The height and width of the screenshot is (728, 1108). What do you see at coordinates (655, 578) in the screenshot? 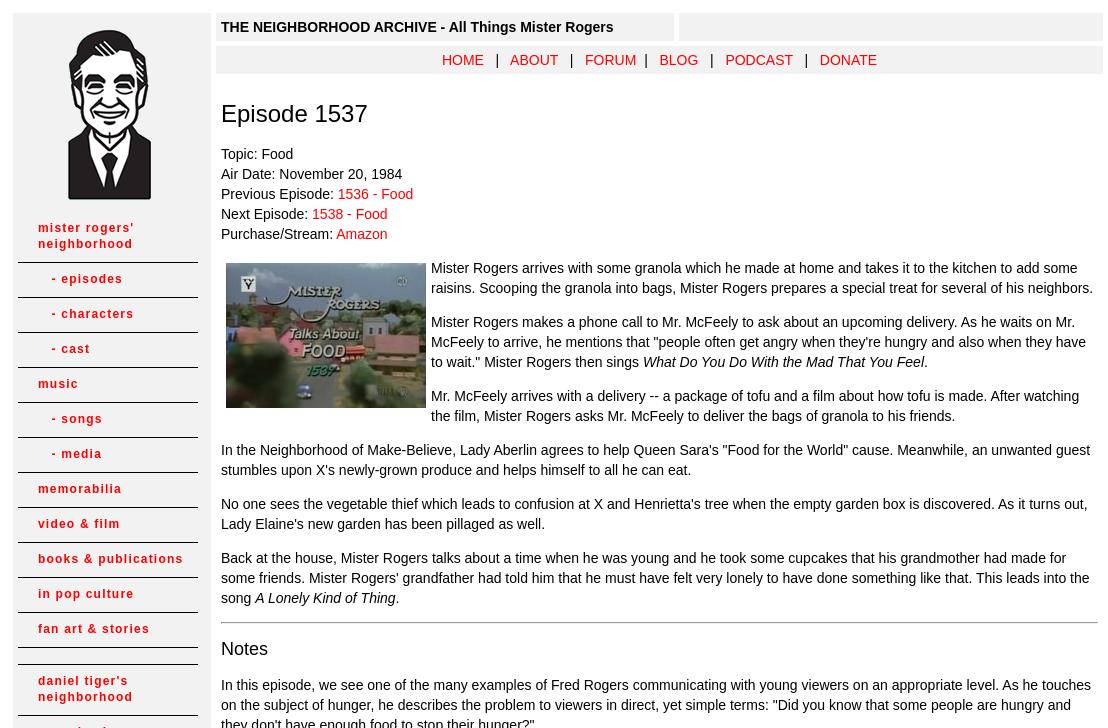
I see `'Back at the house, Mister Rogers talks about a time when he was young and he took some cupcakes that his grandmother had made for some friends. Mister Rogers' grandfather had told him that he must have felt very lonely to have done something like that. This leads into the song'` at bounding box center [655, 578].